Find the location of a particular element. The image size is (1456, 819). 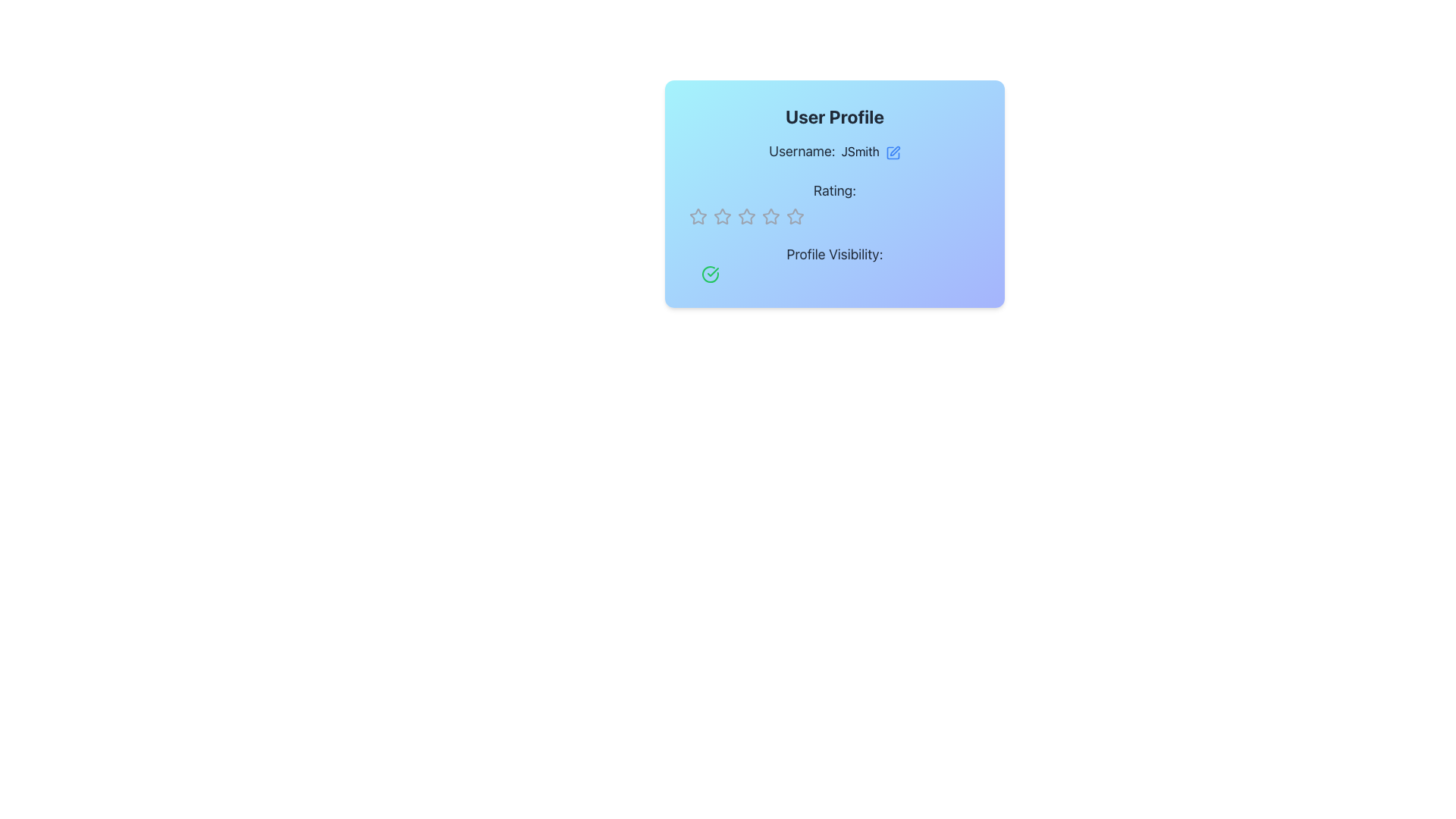

the text label that provides context for the username 'JSmith' in the 'User Profile' card, located at the top section of the card is located at coordinates (801, 151).